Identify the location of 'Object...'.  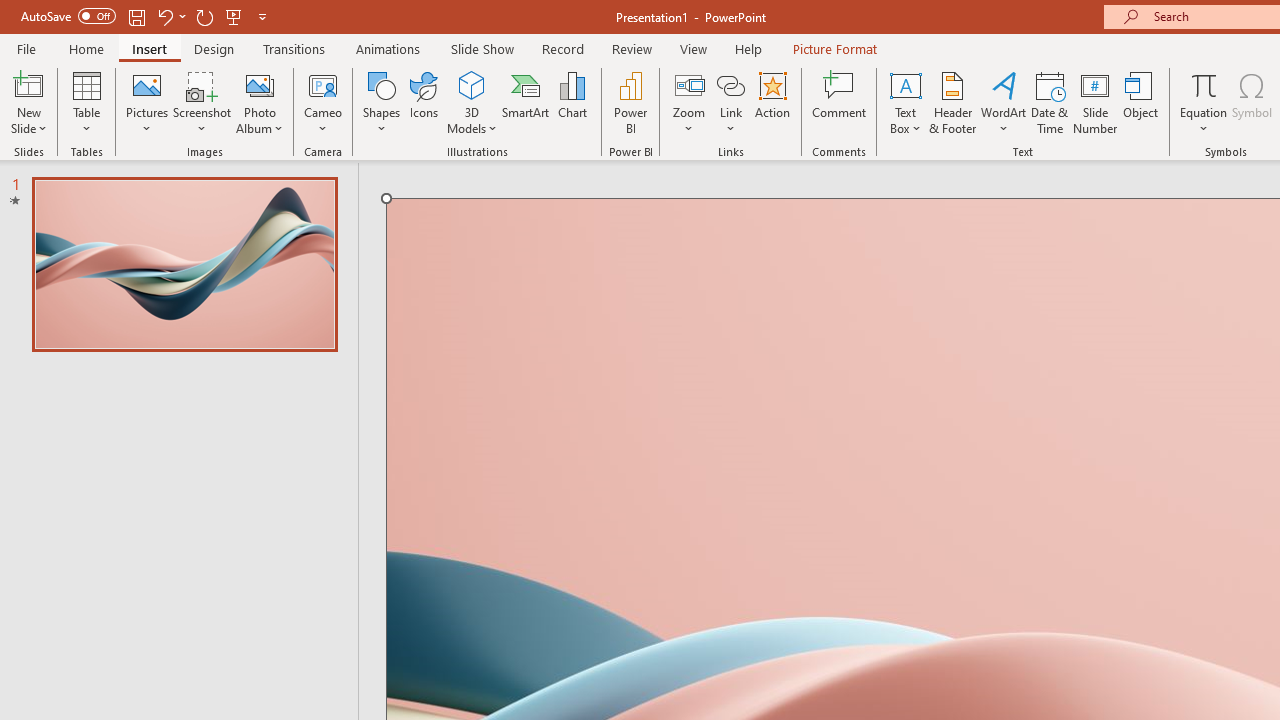
(1141, 103).